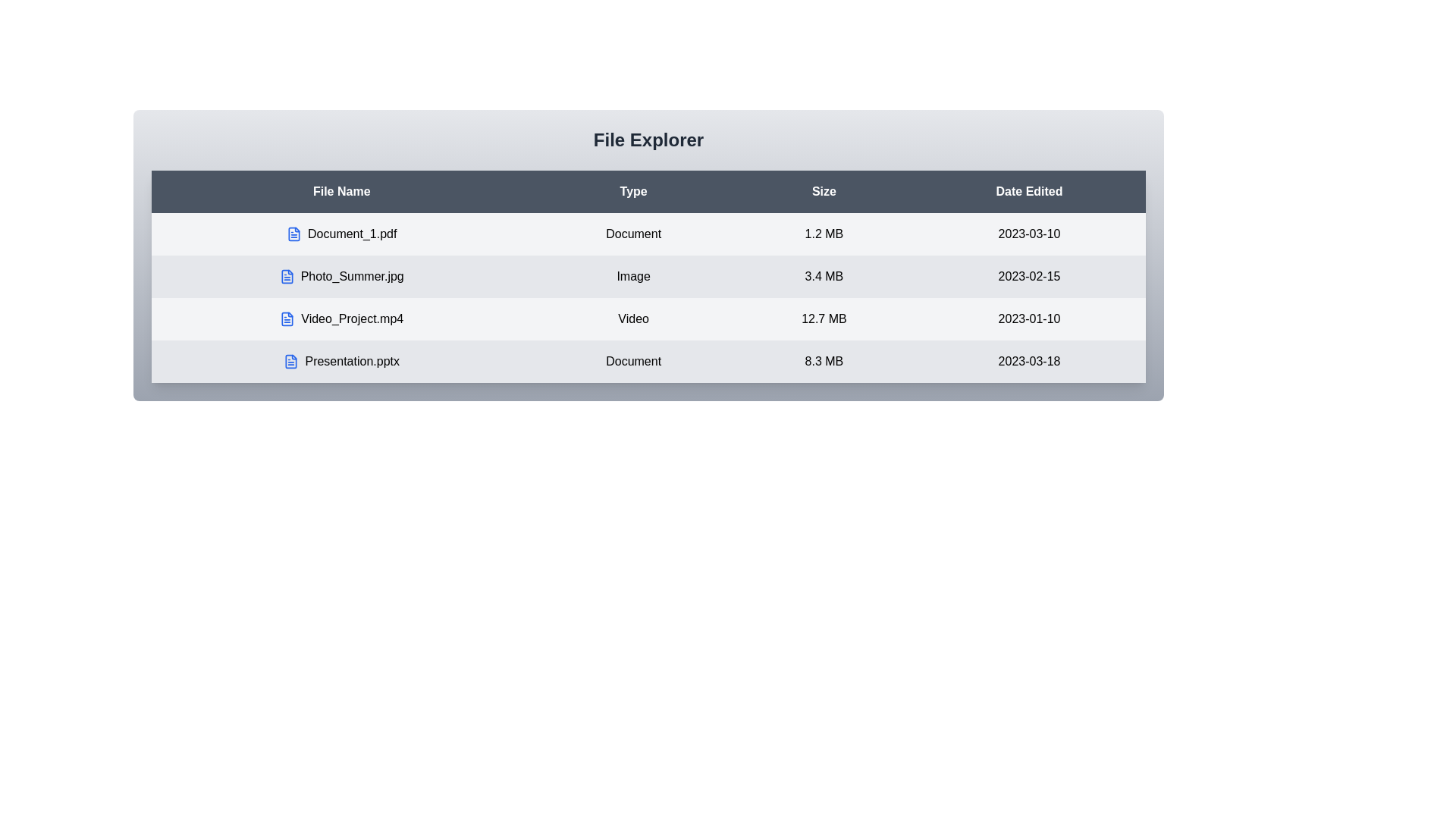 The width and height of the screenshot is (1456, 819). Describe the element at coordinates (340, 191) in the screenshot. I see `the column header labeled 'File Name' to sort the table by that column` at that location.